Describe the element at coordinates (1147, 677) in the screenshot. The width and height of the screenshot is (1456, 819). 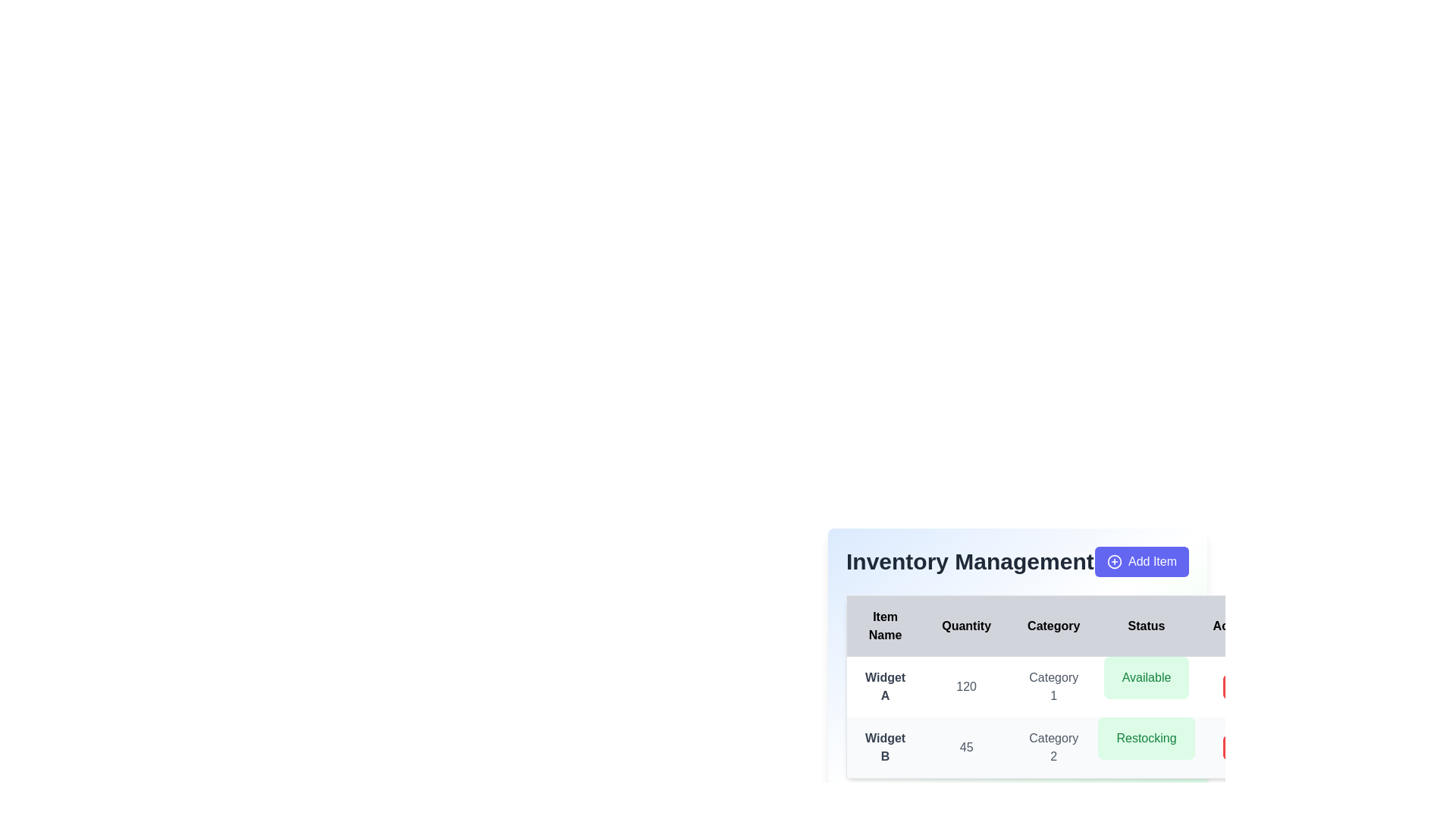
I see `the status text label in the first row of the table indicating the availability of the item, located centrally in the 'Status' column adjacent to 'Category 1'` at that location.